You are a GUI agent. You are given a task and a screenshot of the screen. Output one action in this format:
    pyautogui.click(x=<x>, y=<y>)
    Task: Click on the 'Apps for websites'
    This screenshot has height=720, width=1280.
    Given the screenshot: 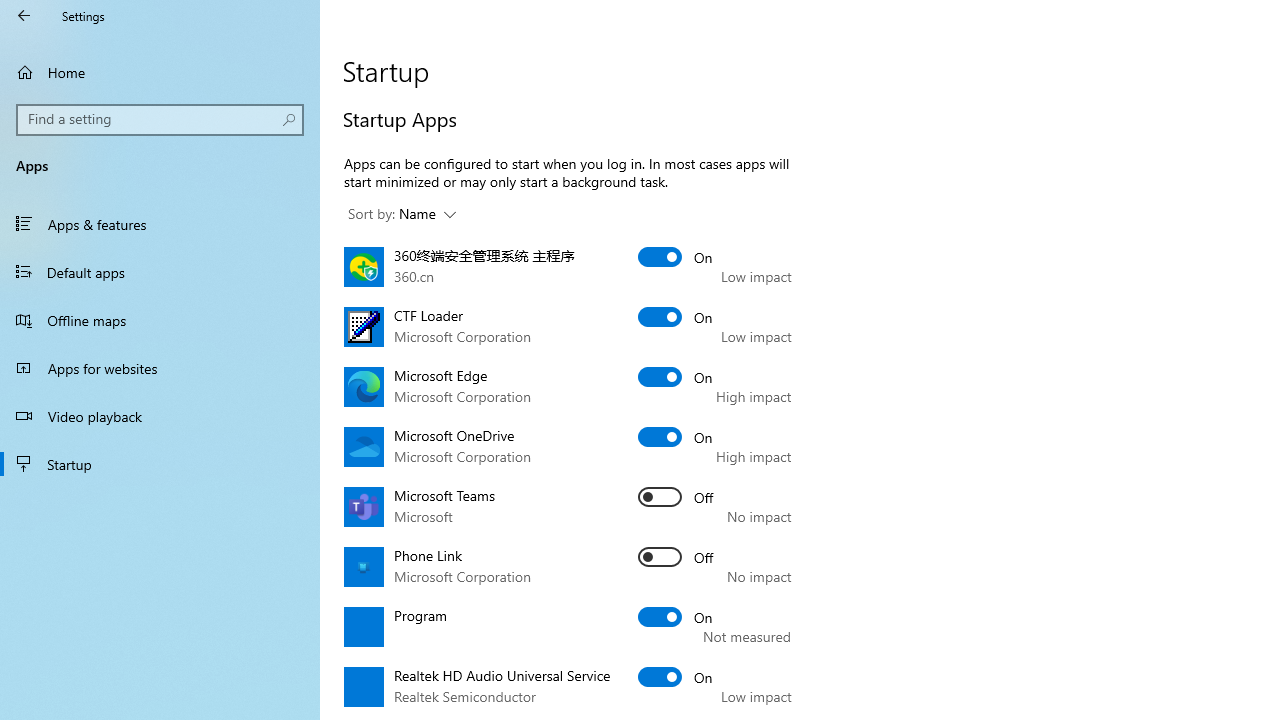 What is the action you would take?
    pyautogui.click(x=160, y=367)
    